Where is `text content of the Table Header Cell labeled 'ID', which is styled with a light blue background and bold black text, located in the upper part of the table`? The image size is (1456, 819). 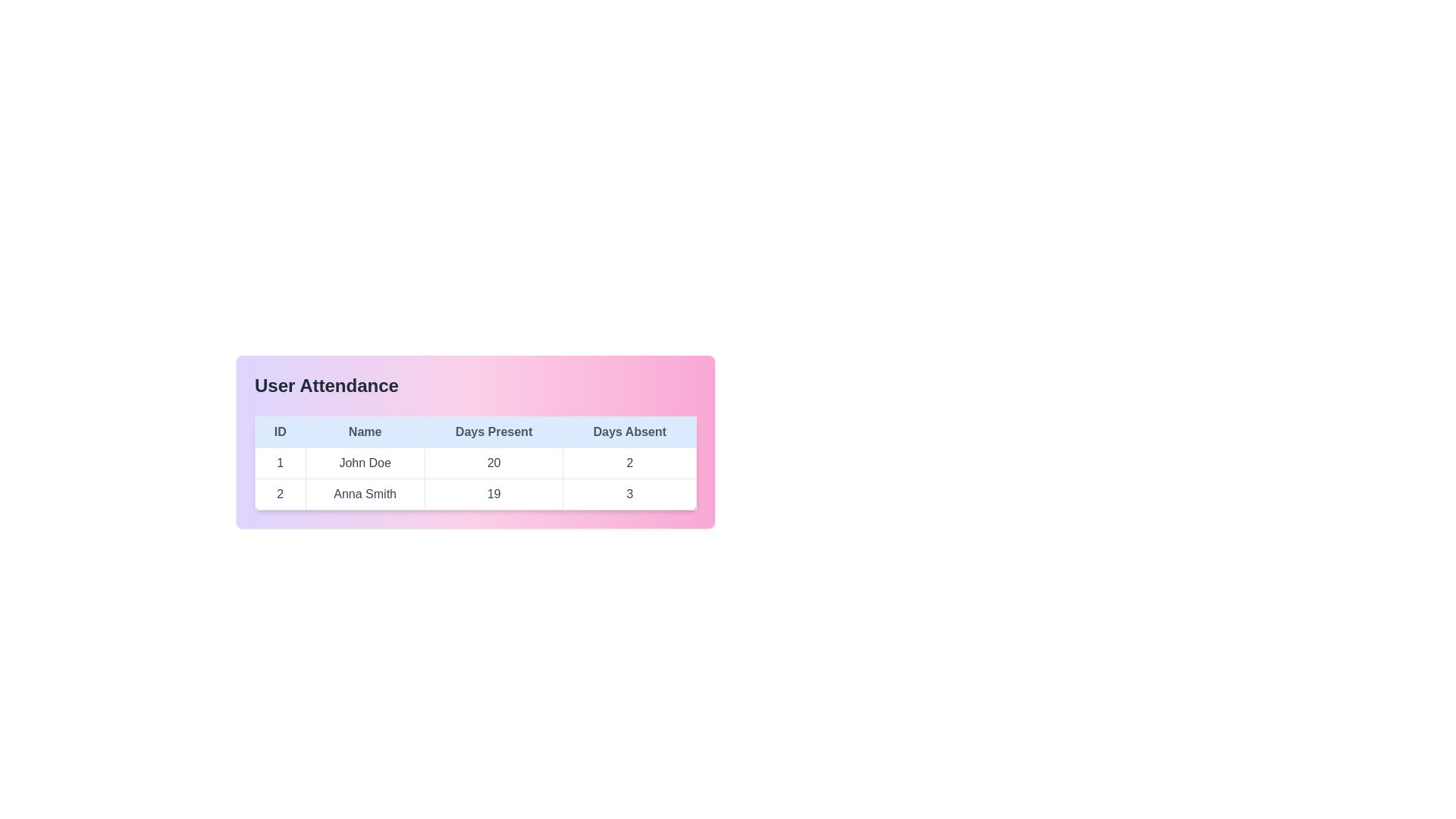
text content of the Table Header Cell labeled 'ID', which is styled with a light blue background and bold black text, located in the upper part of the table is located at coordinates (280, 432).